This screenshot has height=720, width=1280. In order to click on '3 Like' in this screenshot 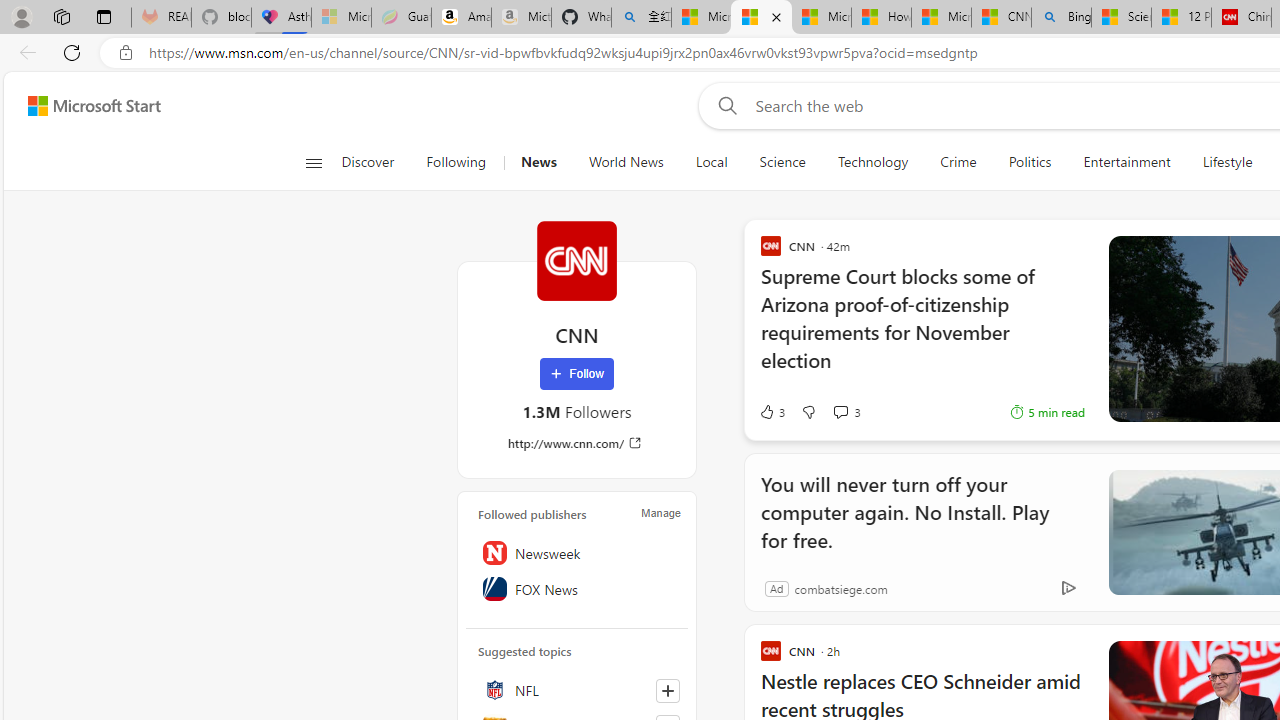, I will do `click(770, 411)`.